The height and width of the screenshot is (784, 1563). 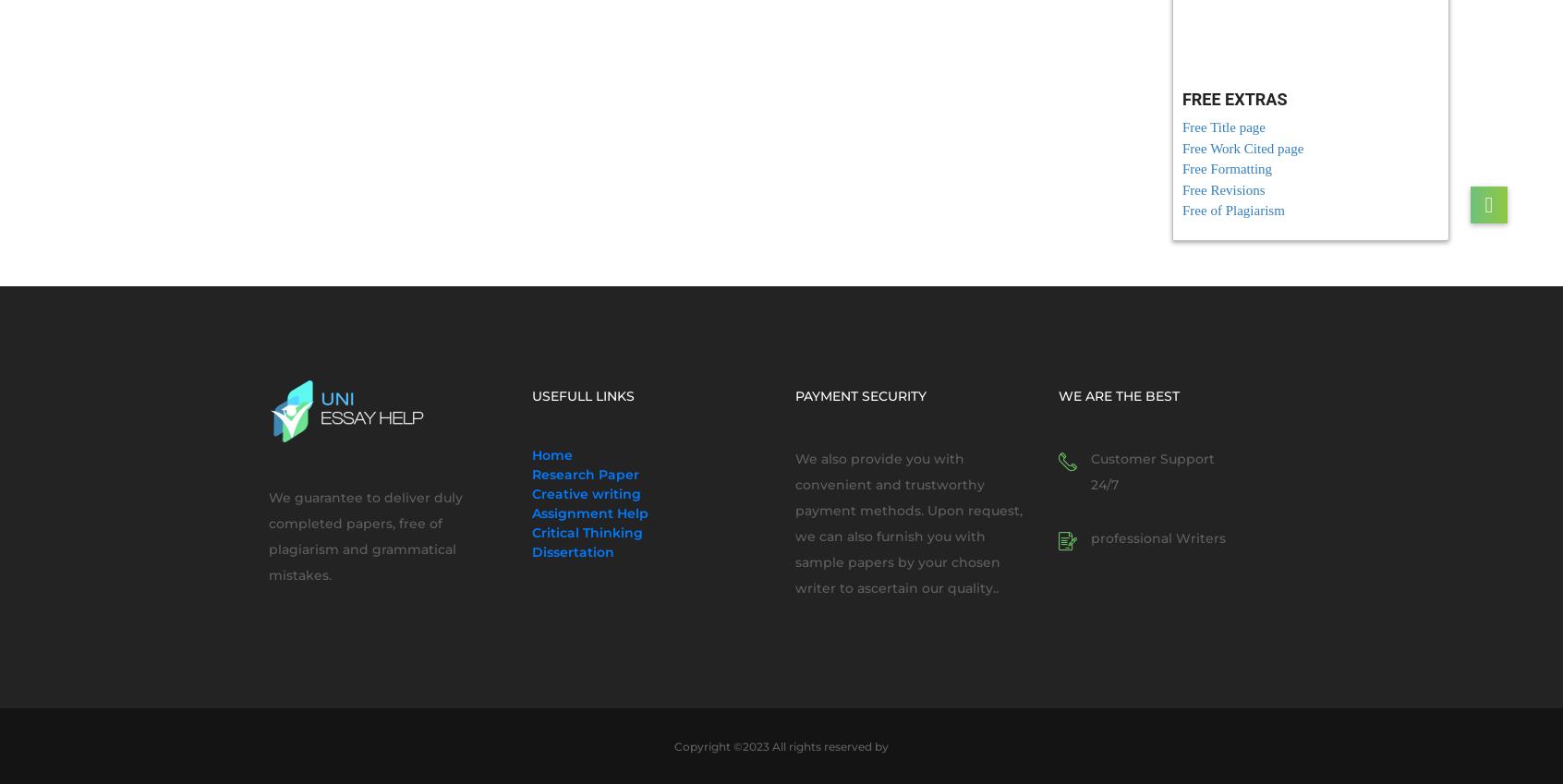 I want to click on 'We are the best', so click(x=1057, y=394).